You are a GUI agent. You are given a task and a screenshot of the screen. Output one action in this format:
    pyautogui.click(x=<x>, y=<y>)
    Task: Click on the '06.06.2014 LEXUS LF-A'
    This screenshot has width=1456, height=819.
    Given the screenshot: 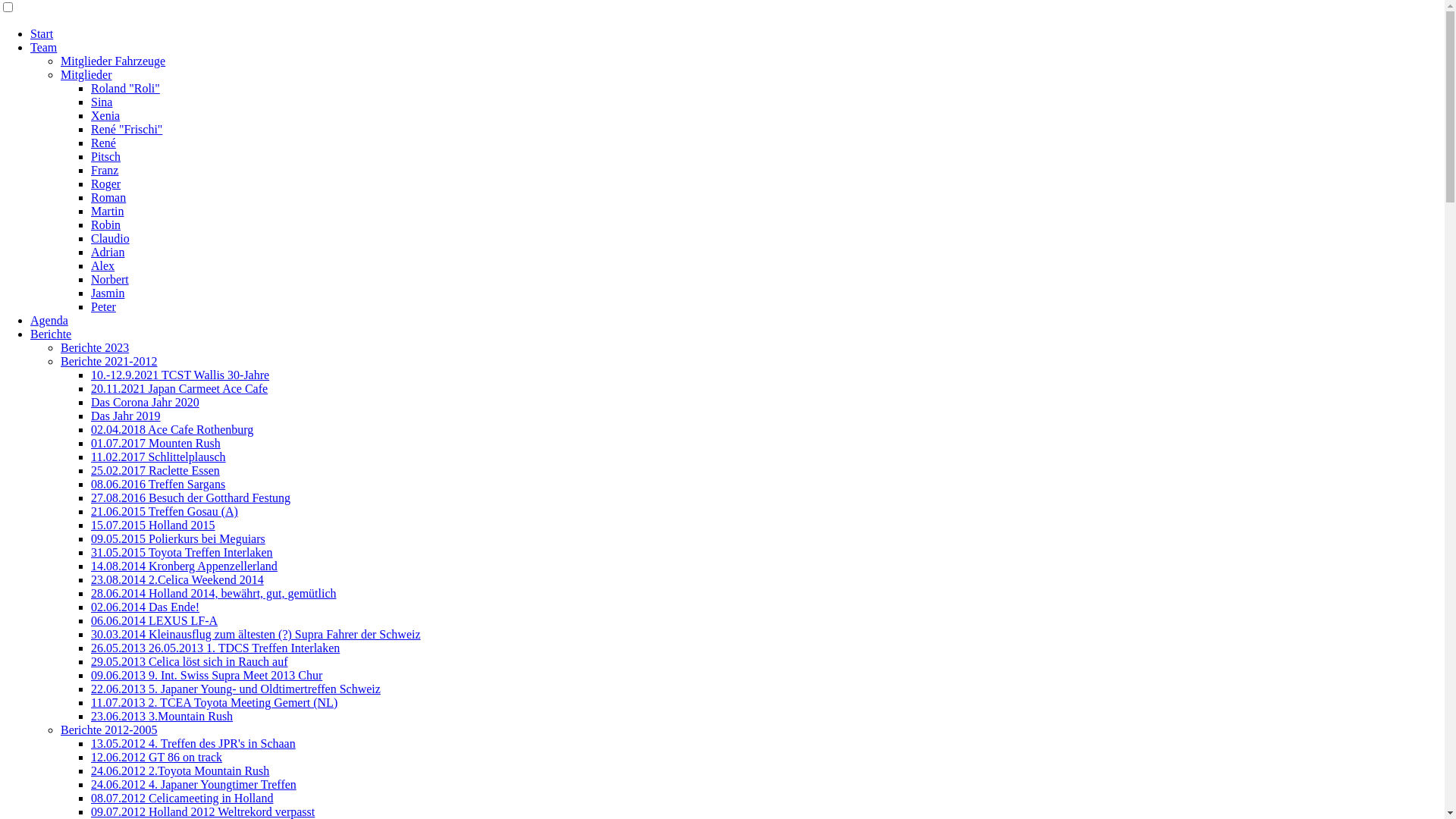 What is the action you would take?
    pyautogui.click(x=154, y=620)
    